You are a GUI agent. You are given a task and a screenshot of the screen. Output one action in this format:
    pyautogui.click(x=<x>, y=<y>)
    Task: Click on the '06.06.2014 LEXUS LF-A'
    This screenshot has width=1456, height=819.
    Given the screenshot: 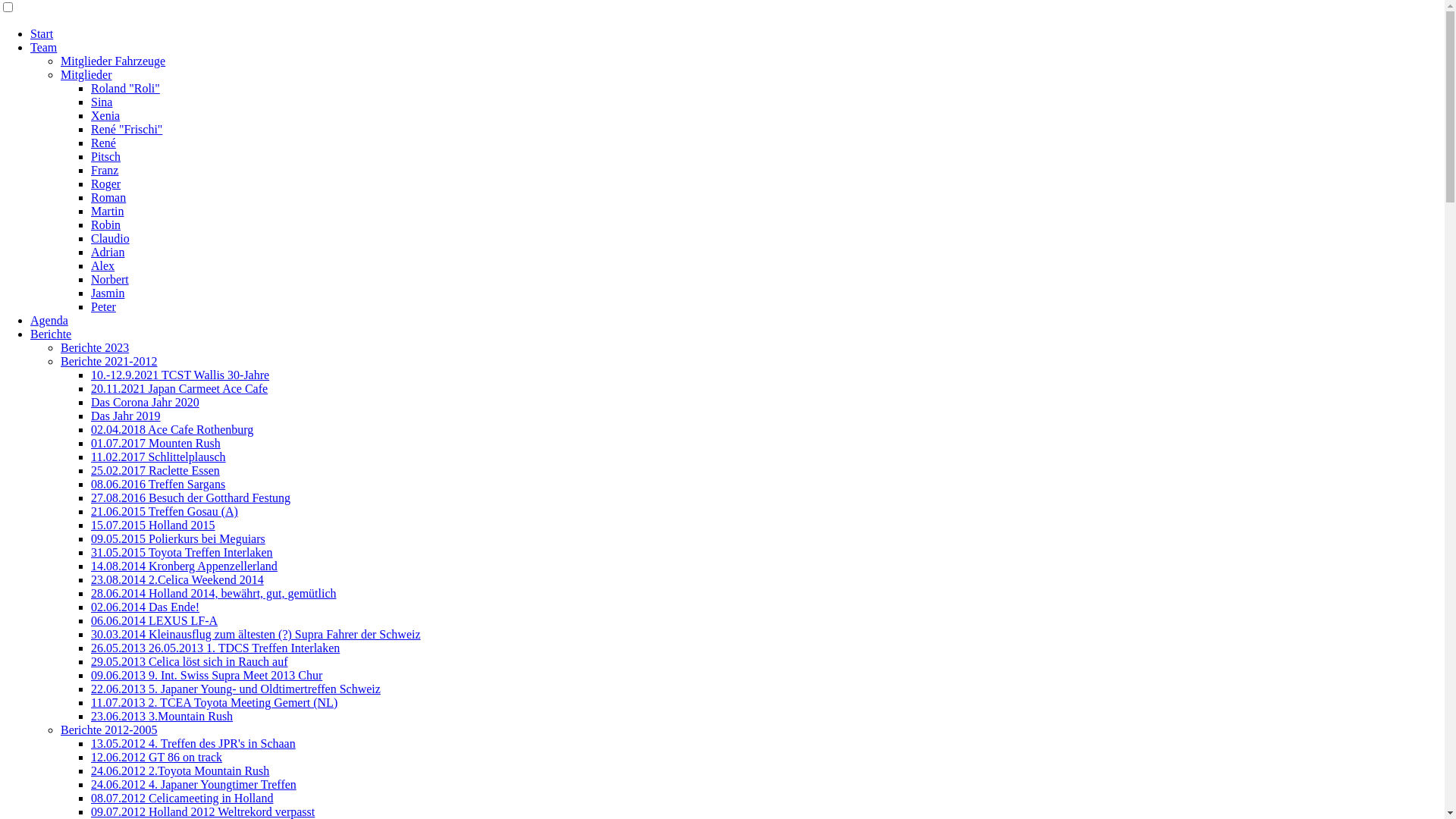 What is the action you would take?
    pyautogui.click(x=154, y=620)
    